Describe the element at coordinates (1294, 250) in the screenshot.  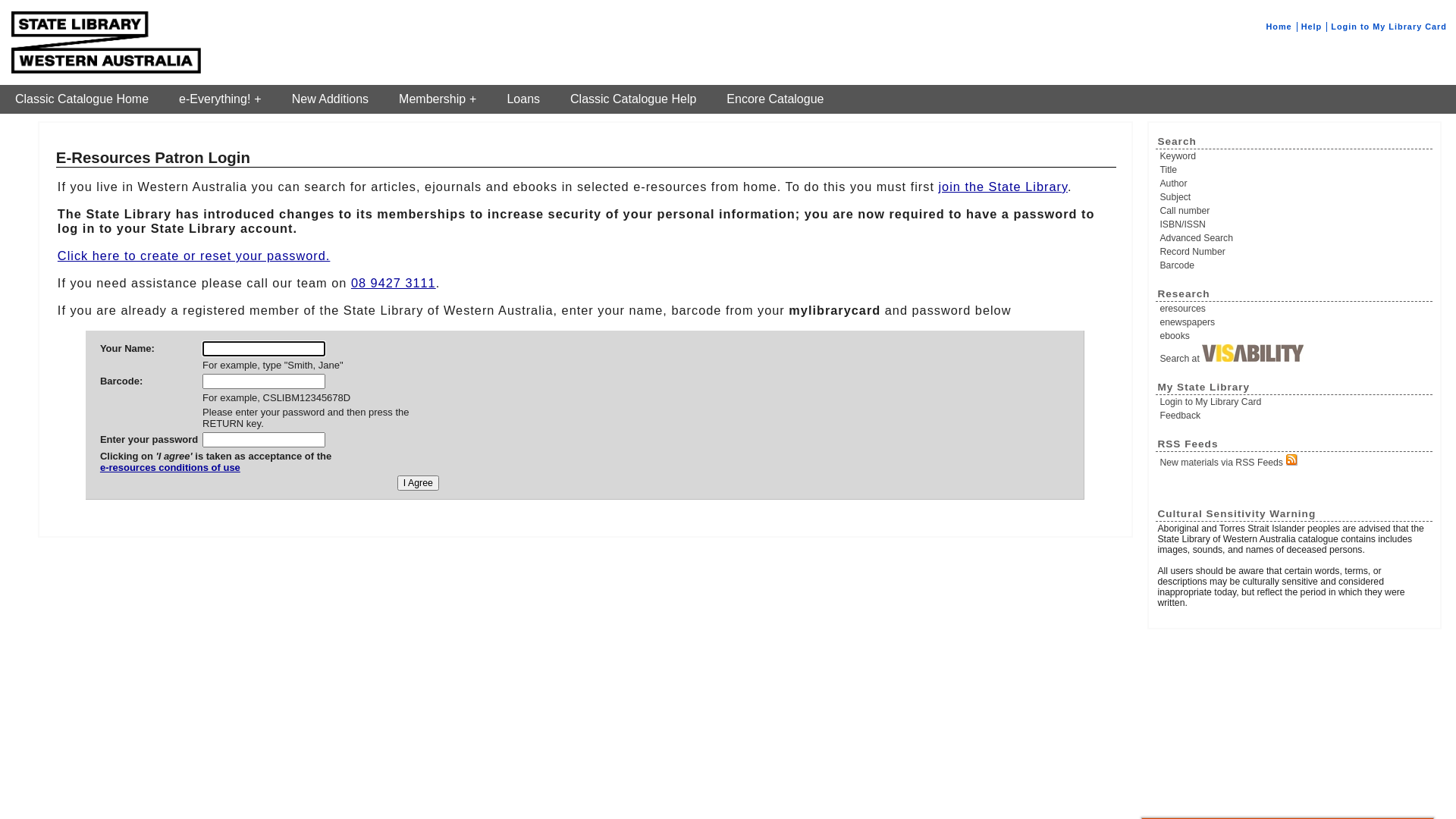
I see `'Record Number'` at that location.